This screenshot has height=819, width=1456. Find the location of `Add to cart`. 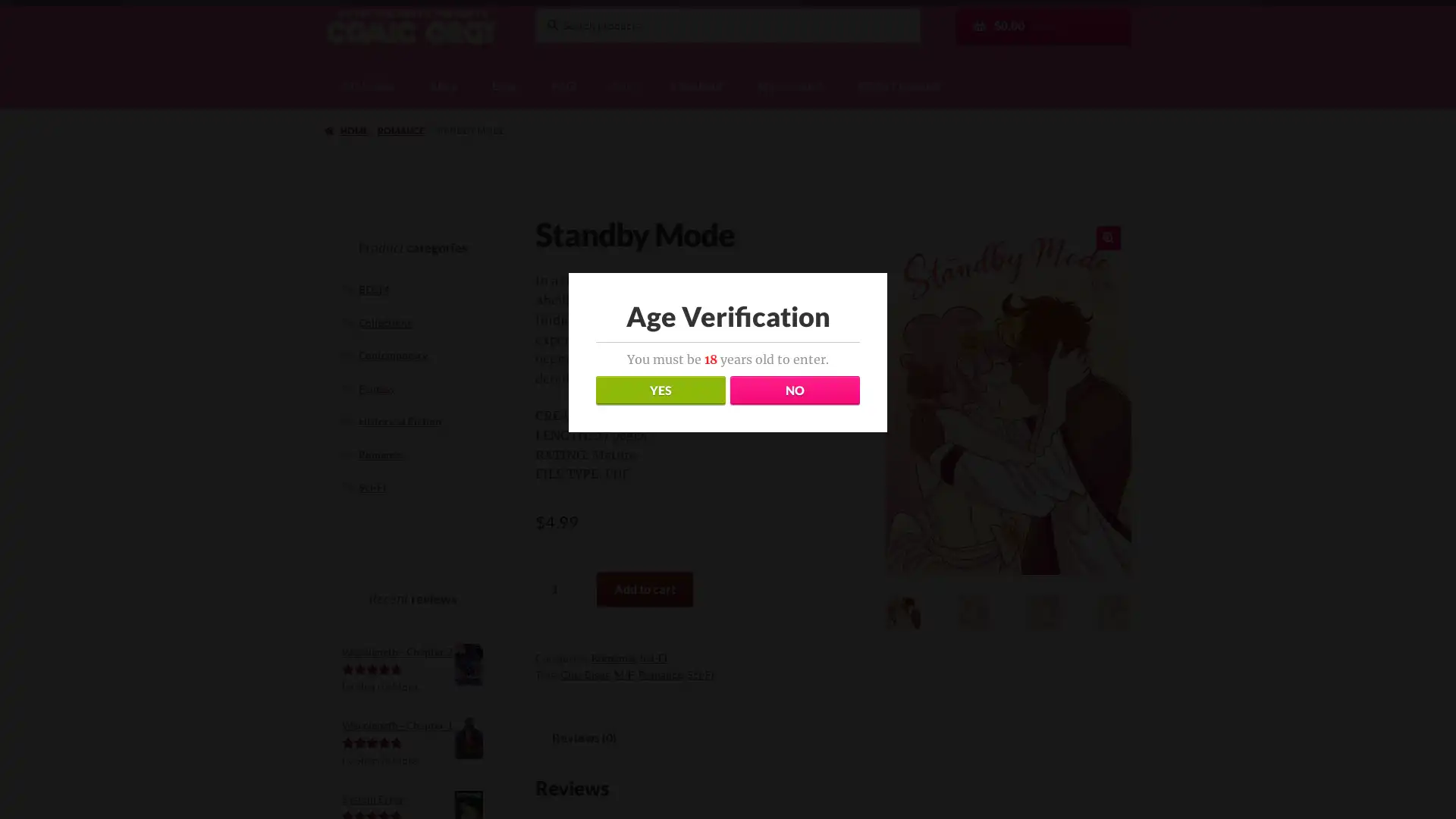

Add to cart is located at coordinates (644, 587).